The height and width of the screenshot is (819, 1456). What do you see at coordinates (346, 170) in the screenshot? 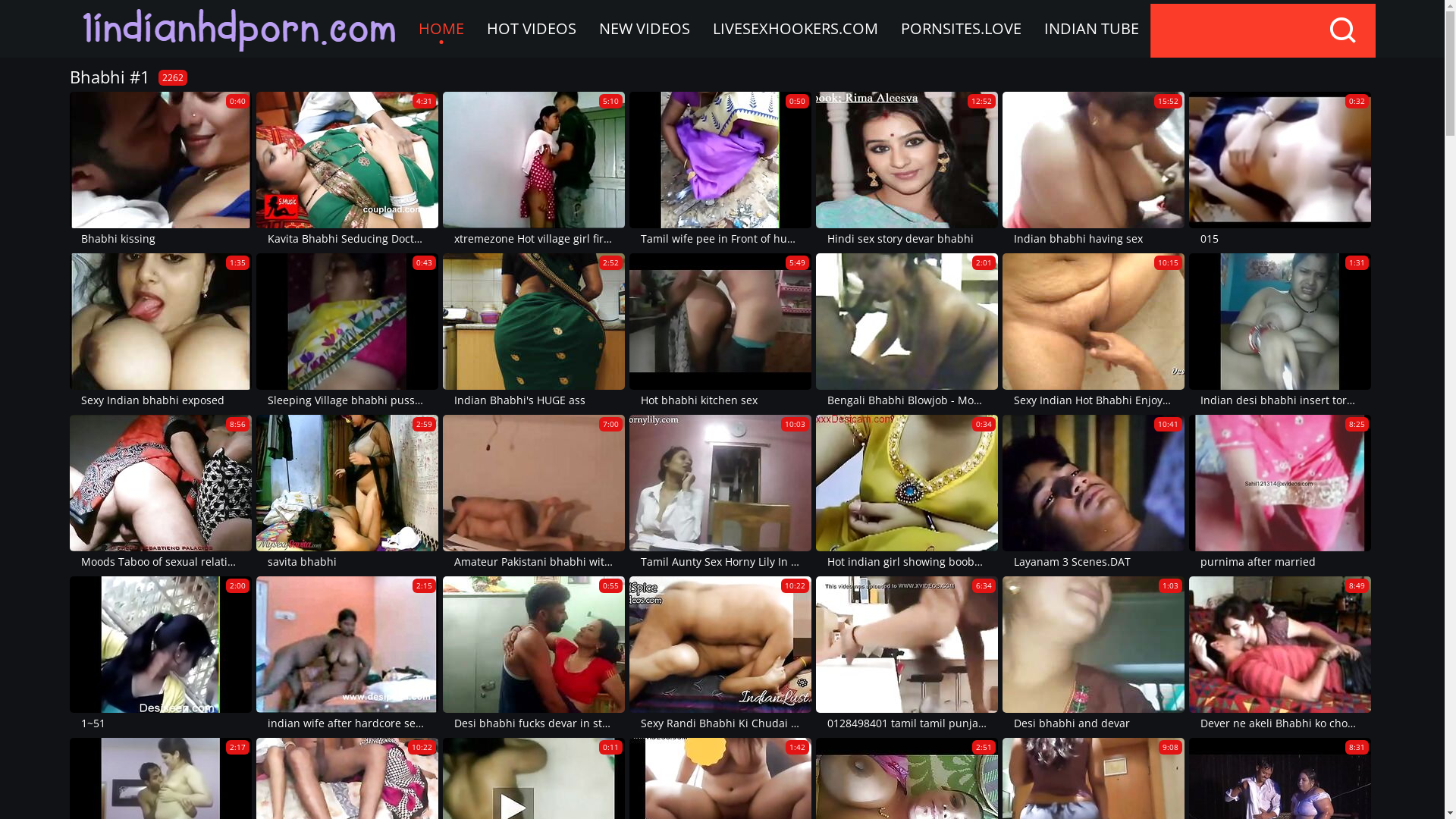
I see `'4:31` at bounding box center [346, 170].